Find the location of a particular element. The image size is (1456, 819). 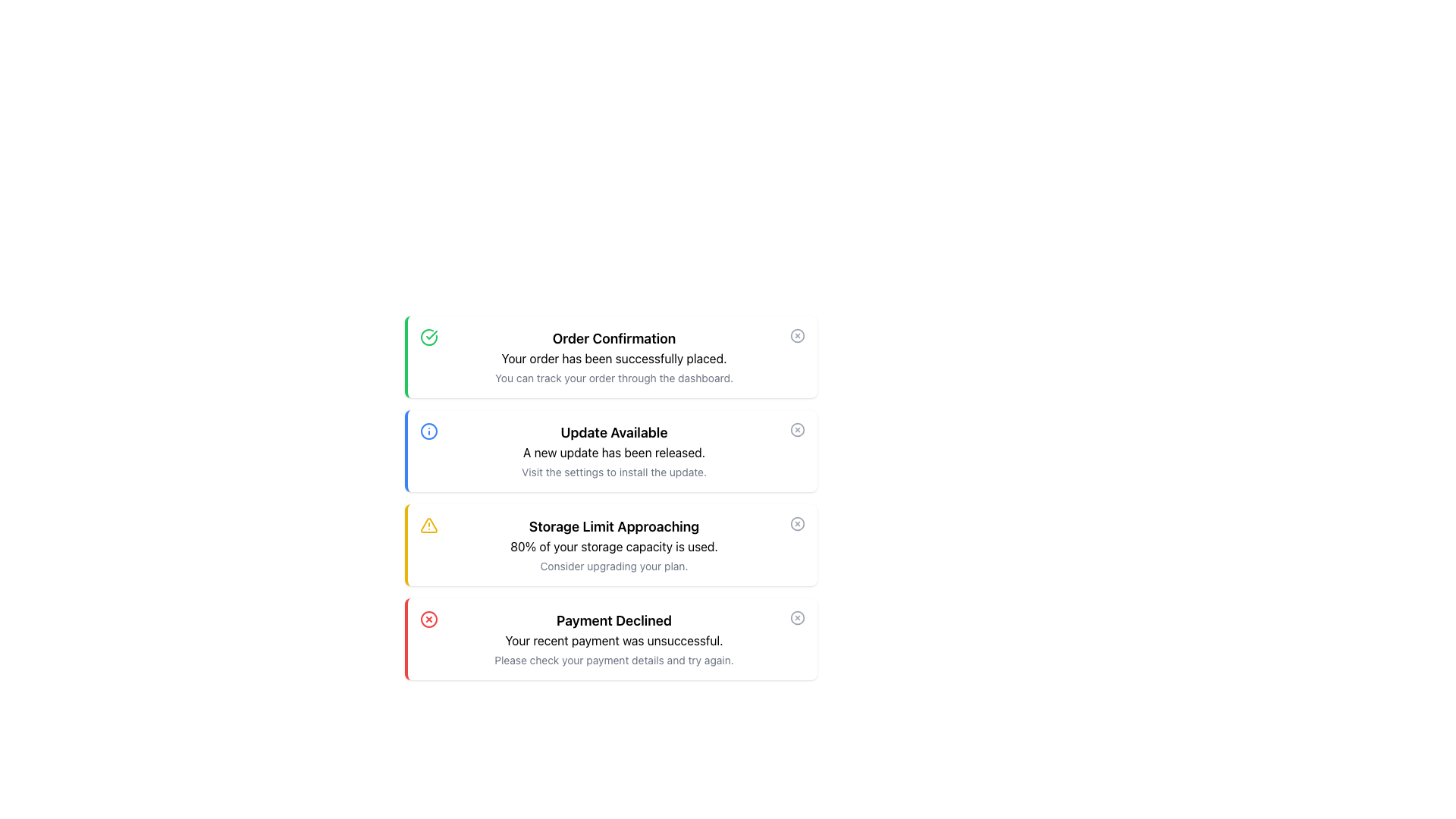

notification text informing the user about critical storage usage and the need to consider upgrading their plan, located in the primary content section of the notification card in the third row of the notification list is located at coordinates (614, 544).